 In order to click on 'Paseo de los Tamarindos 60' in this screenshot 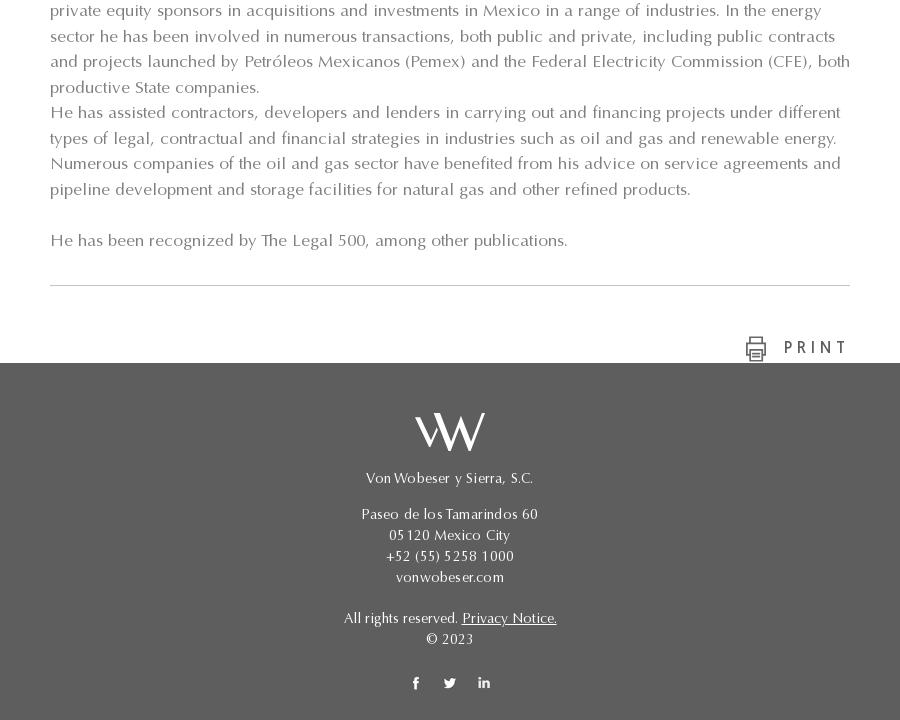, I will do `click(449, 515)`.